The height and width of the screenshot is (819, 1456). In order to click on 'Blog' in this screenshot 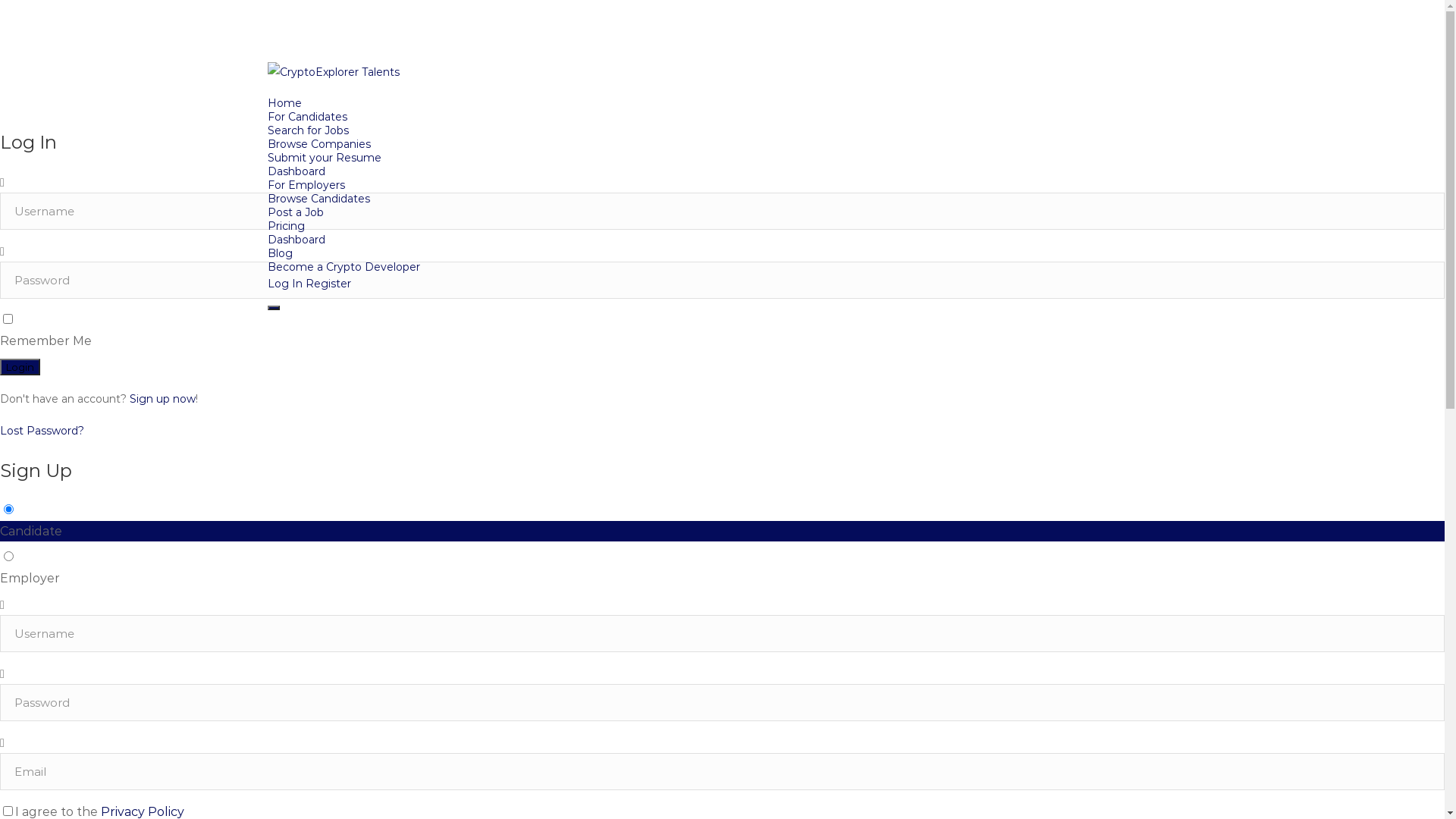, I will do `click(279, 253)`.